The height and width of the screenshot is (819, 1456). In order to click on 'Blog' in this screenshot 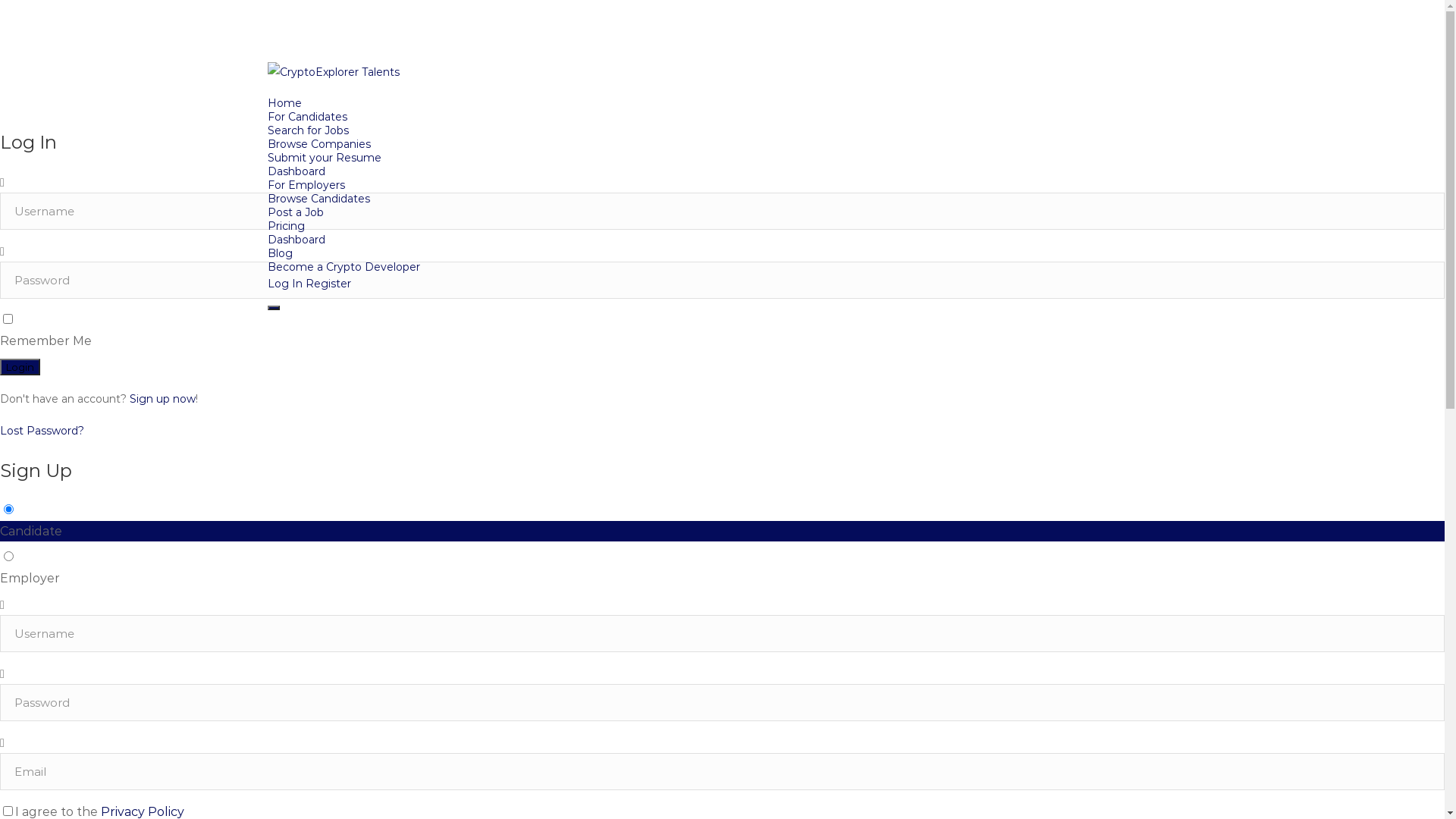, I will do `click(279, 253)`.